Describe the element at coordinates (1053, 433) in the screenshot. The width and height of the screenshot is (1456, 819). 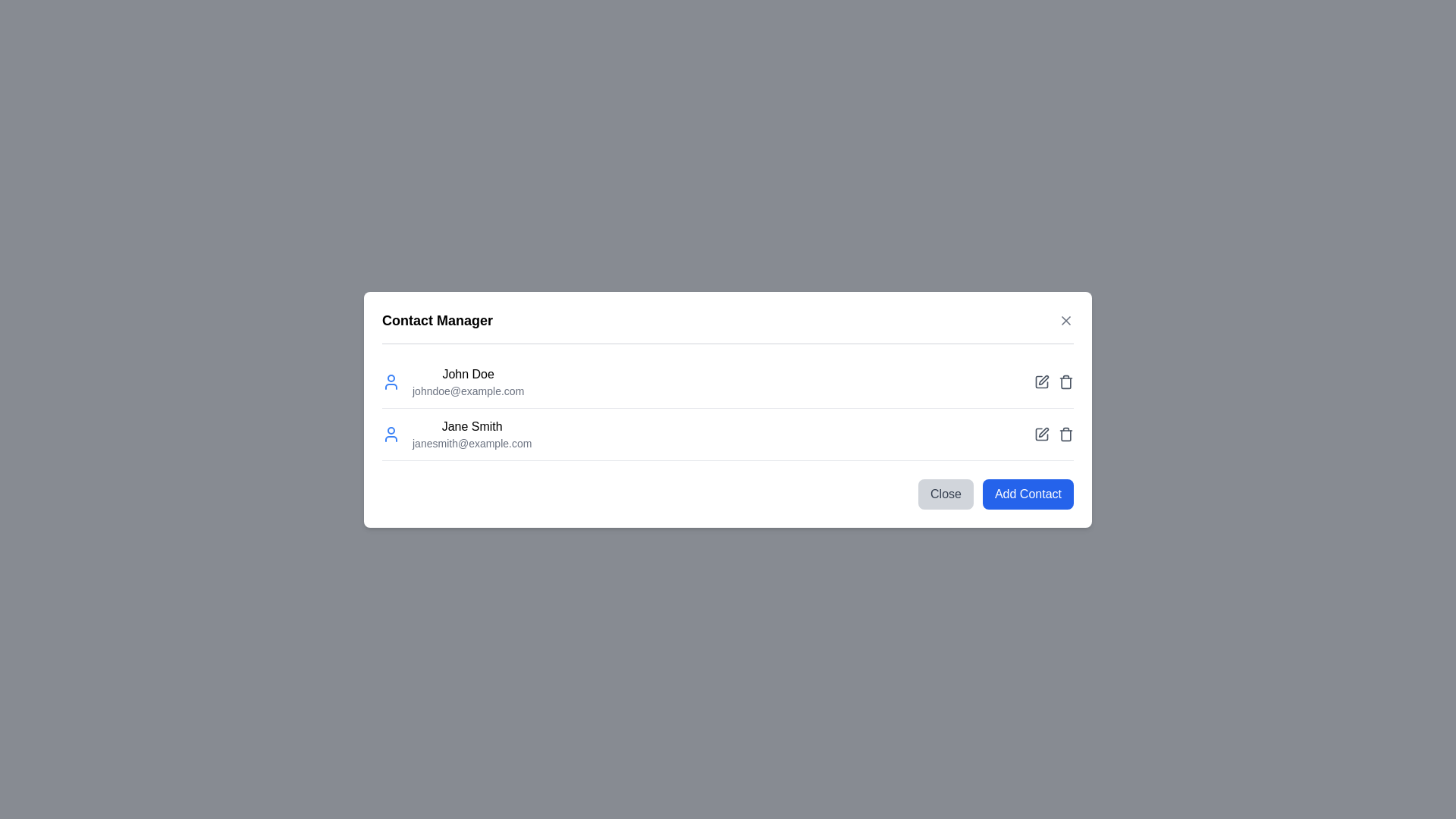
I see `the delete icon in the grouped interactive icons located at the right end of the dialog box aligned with the 'Jane Smith' contact entry` at that location.